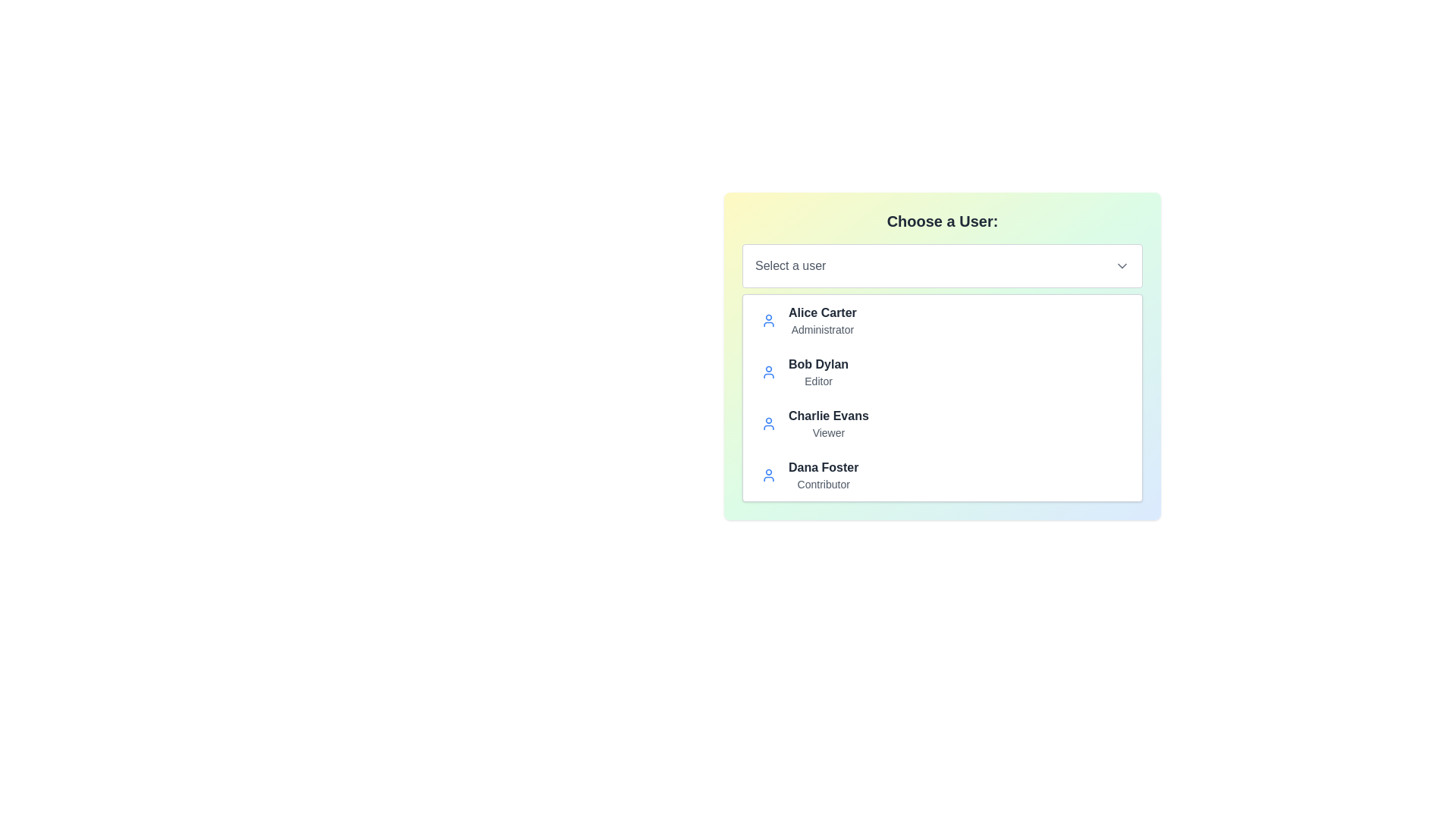 This screenshot has width=1456, height=819. I want to click on the second user entry 'Bob Dylan - Editor' in the gradient-colored panel that allows user selection, so click(942, 356).